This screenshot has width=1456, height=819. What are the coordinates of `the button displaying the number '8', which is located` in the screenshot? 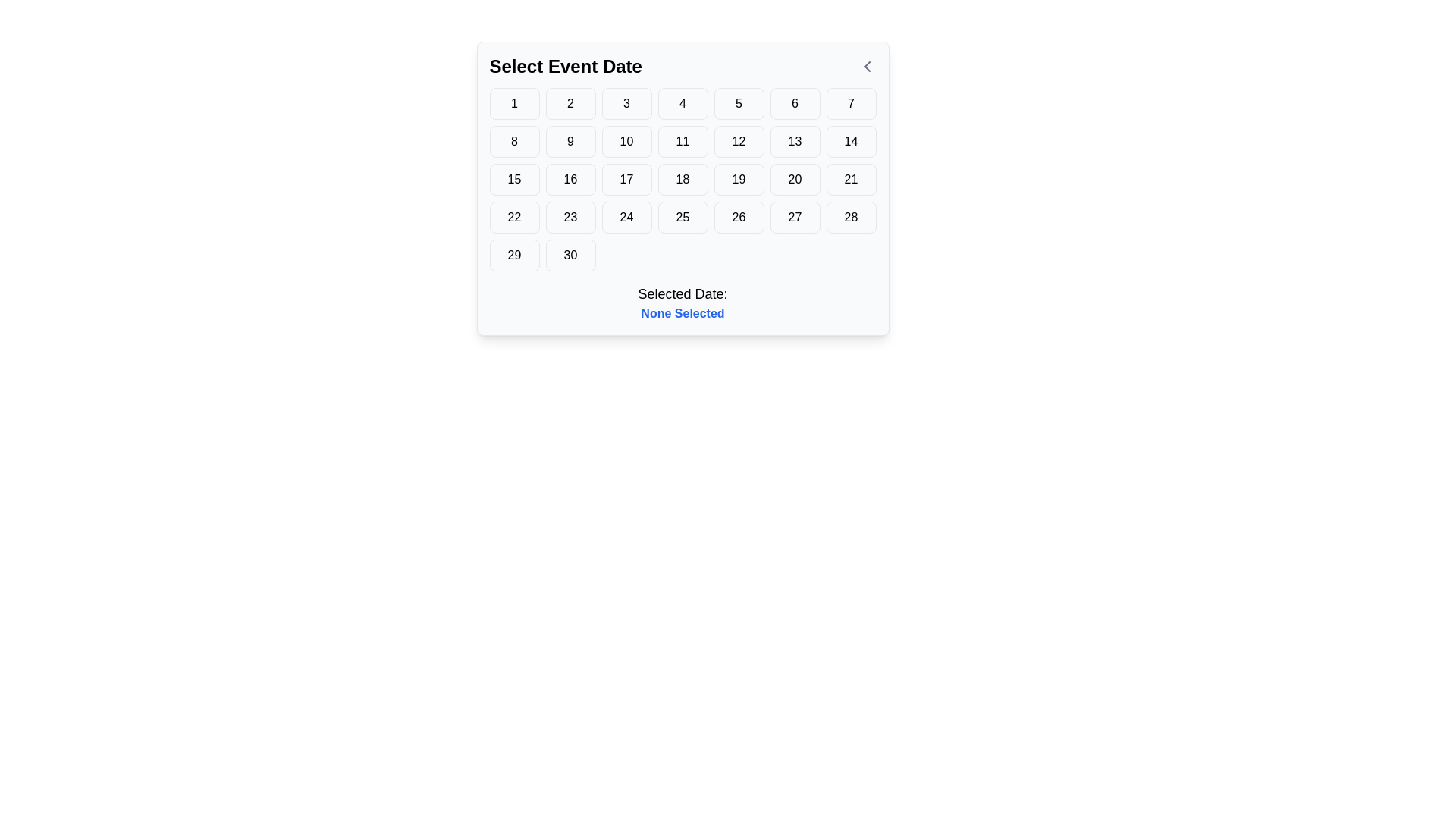 It's located at (514, 141).